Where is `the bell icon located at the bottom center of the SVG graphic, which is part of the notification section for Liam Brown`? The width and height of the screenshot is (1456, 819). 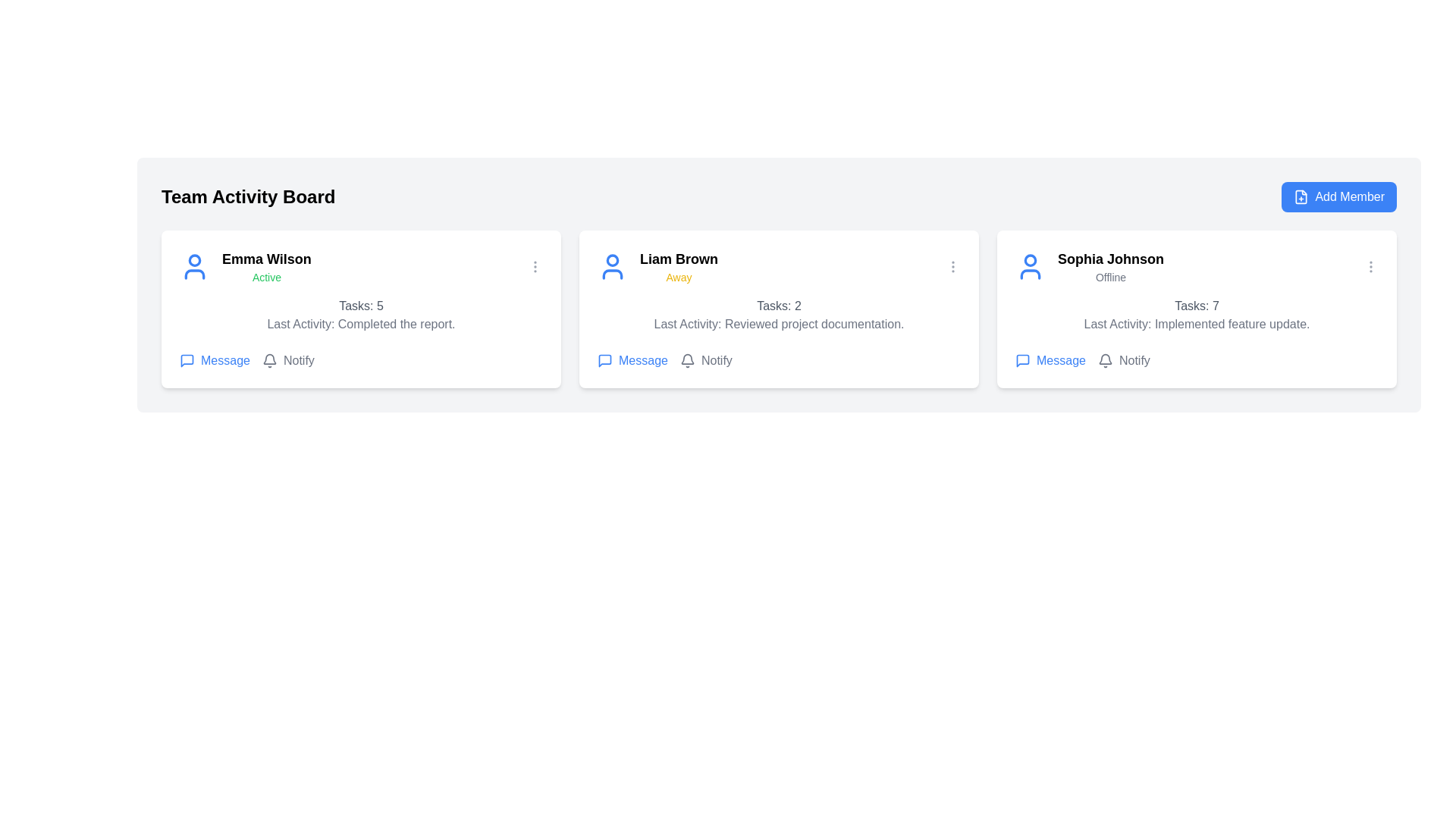 the bell icon located at the bottom center of the SVG graphic, which is part of the notification section for Liam Brown is located at coordinates (269, 359).